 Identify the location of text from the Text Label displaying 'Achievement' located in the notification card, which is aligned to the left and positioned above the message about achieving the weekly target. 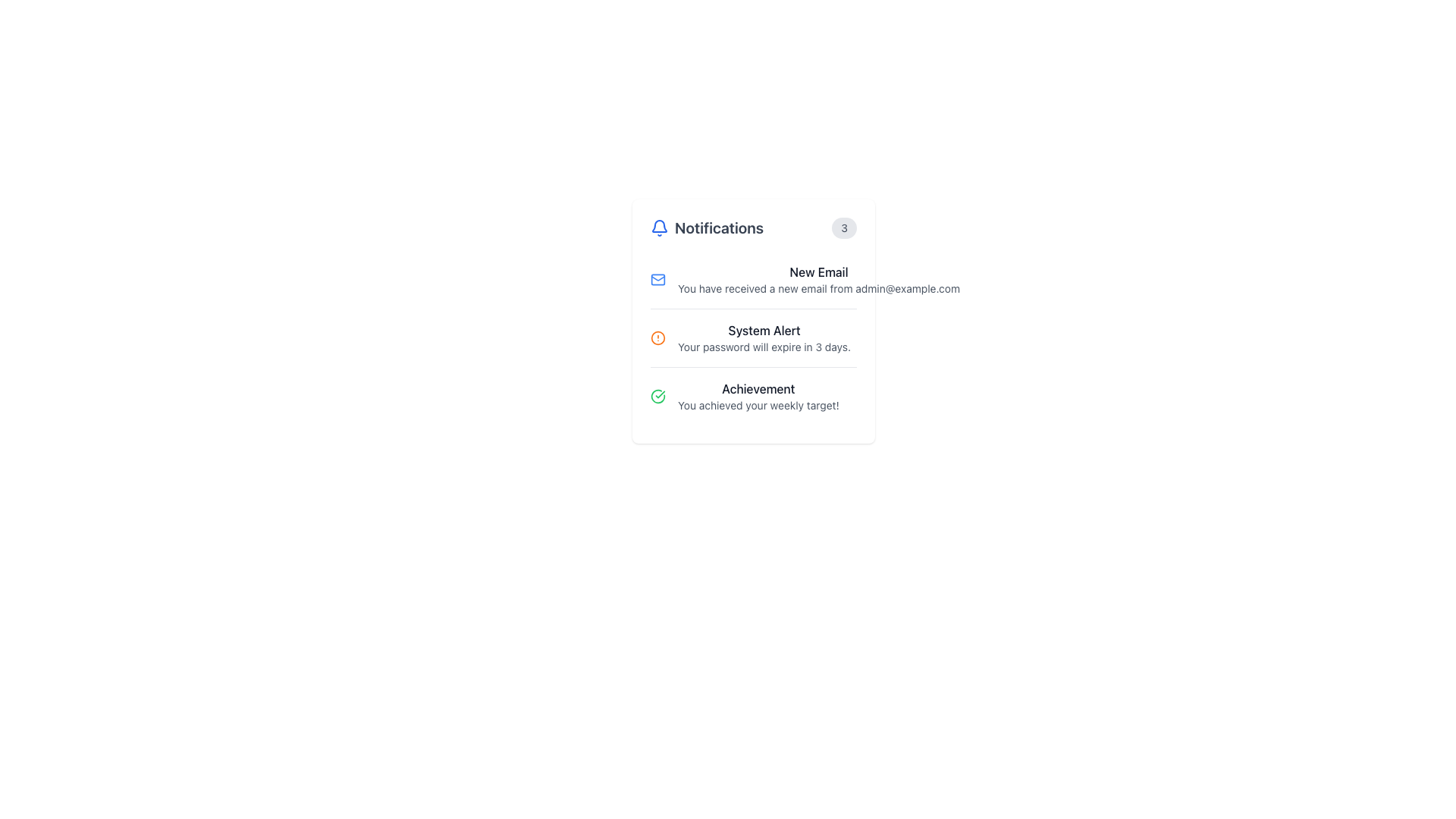
(758, 388).